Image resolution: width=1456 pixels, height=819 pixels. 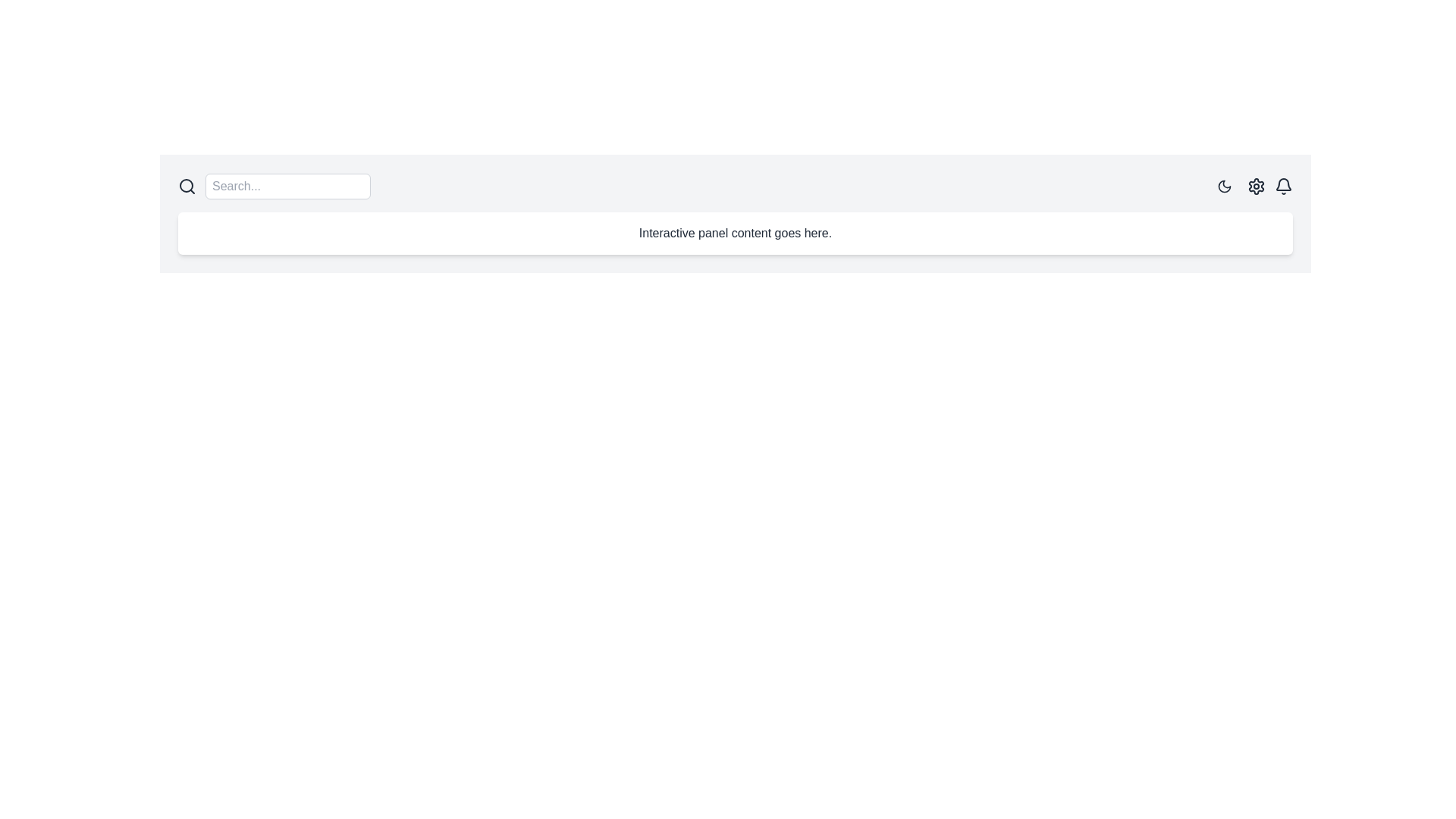 What do you see at coordinates (1283, 186) in the screenshot?
I see `the bell icon, which serves as a notification indicator located on the rightmost side of the header bar` at bounding box center [1283, 186].